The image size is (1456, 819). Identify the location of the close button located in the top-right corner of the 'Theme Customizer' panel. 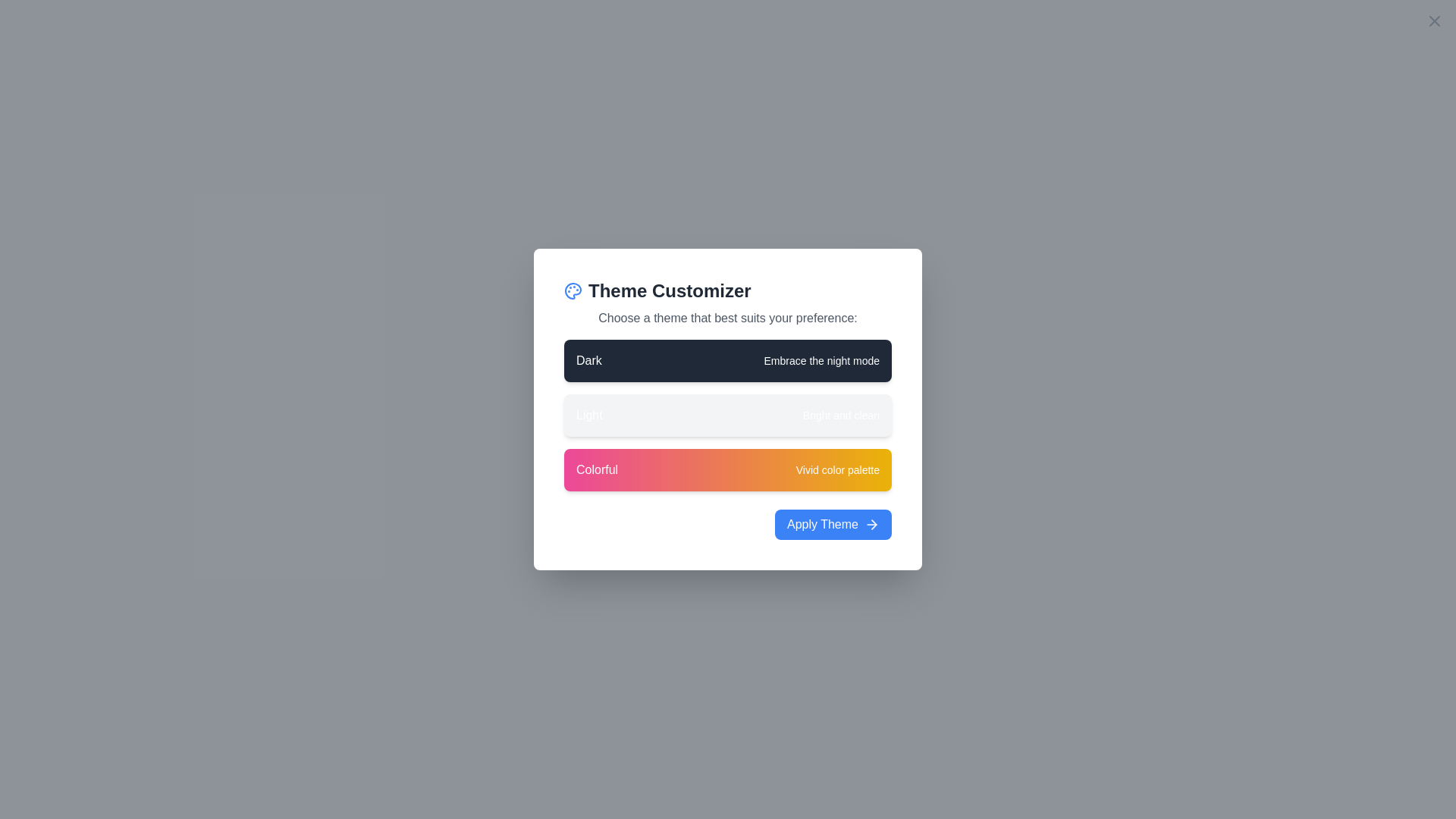
(1433, 20).